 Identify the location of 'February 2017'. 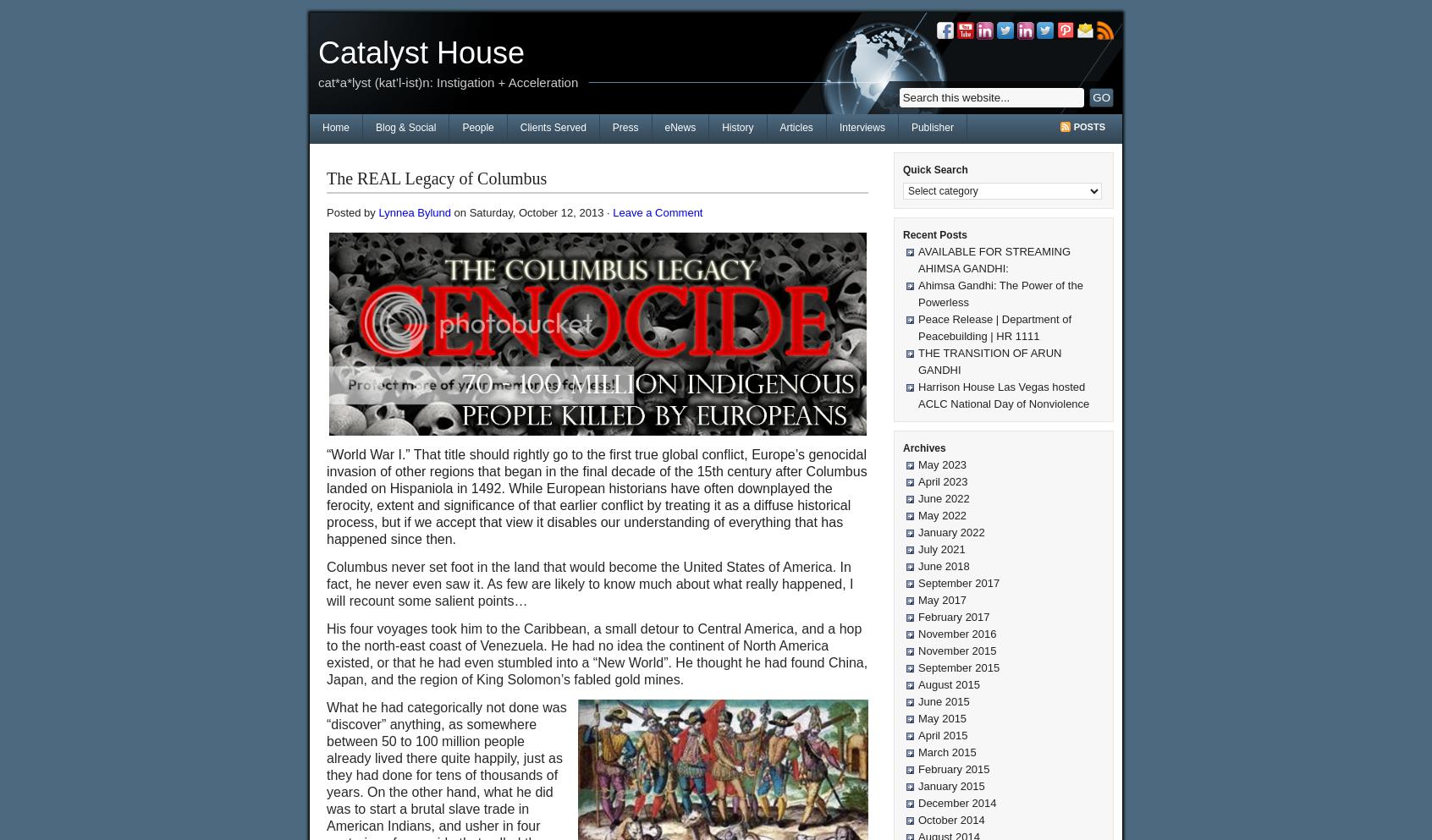
(954, 617).